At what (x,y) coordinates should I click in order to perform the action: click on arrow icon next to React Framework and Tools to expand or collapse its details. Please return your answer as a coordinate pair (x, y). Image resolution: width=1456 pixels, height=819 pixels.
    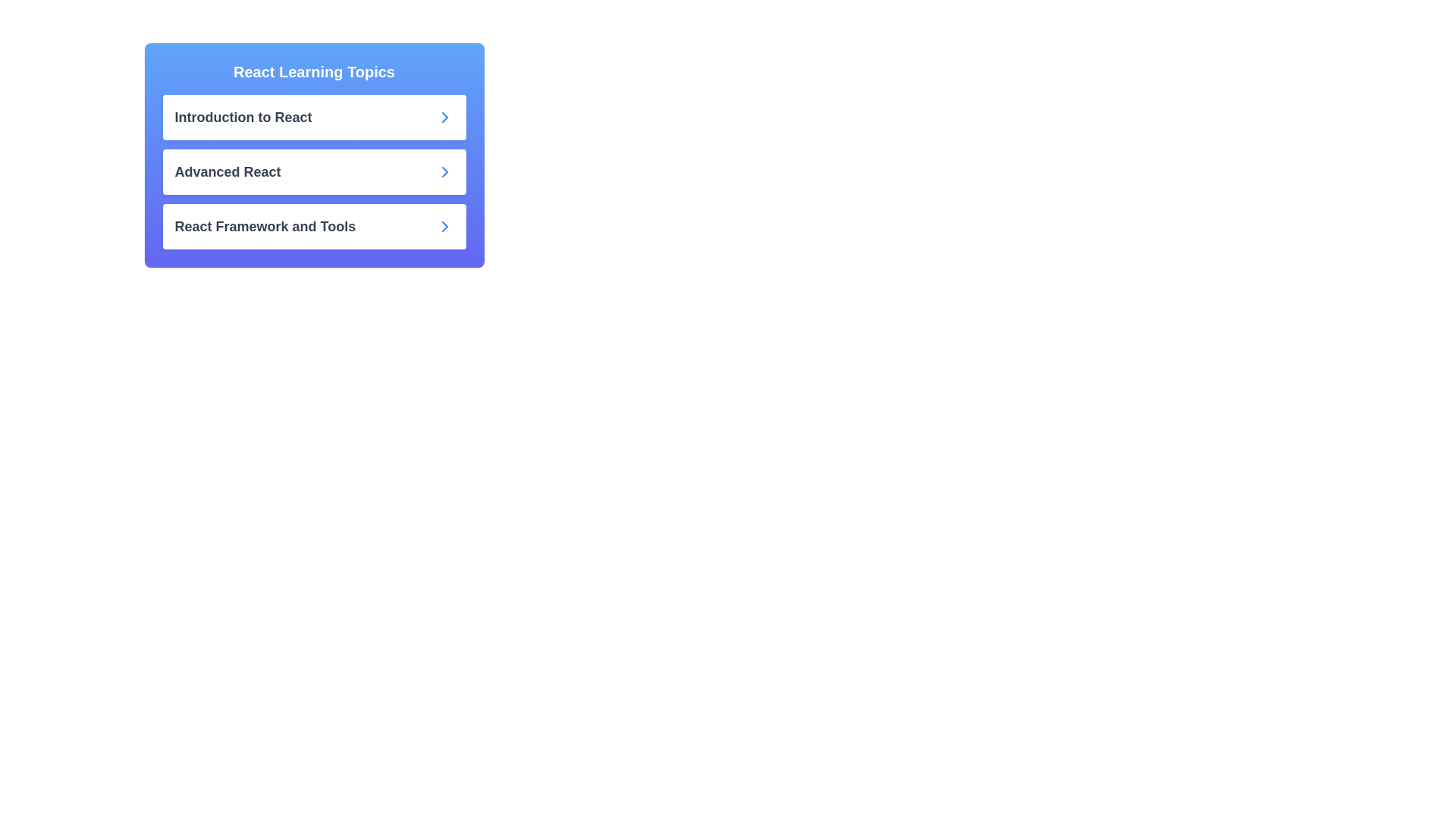
    Looking at the image, I should click on (444, 227).